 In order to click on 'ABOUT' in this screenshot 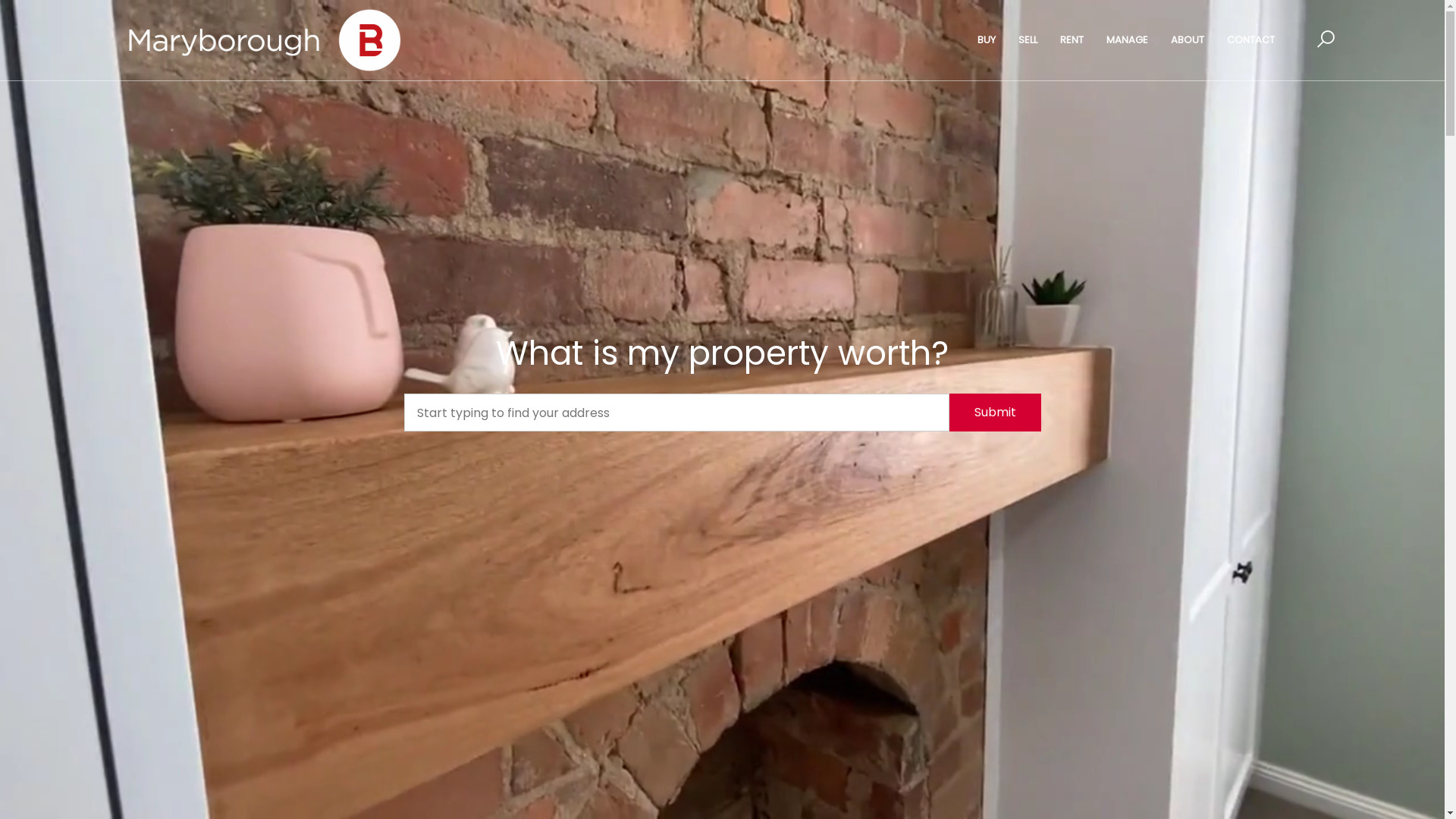, I will do `click(1186, 39)`.